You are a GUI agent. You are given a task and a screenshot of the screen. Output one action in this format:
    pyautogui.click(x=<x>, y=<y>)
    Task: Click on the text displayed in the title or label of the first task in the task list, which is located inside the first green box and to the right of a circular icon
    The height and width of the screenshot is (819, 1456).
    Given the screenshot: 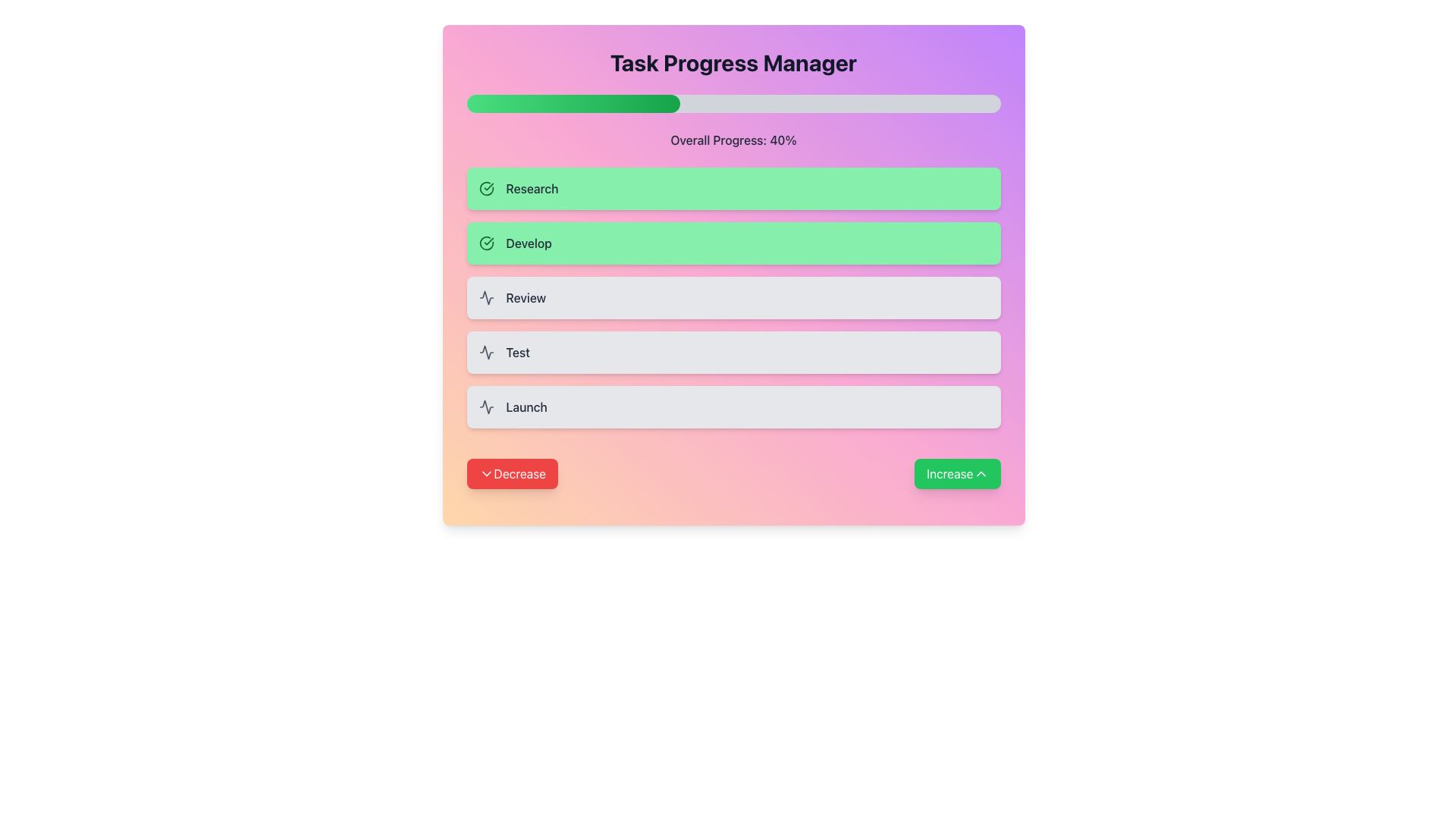 What is the action you would take?
    pyautogui.click(x=532, y=188)
    